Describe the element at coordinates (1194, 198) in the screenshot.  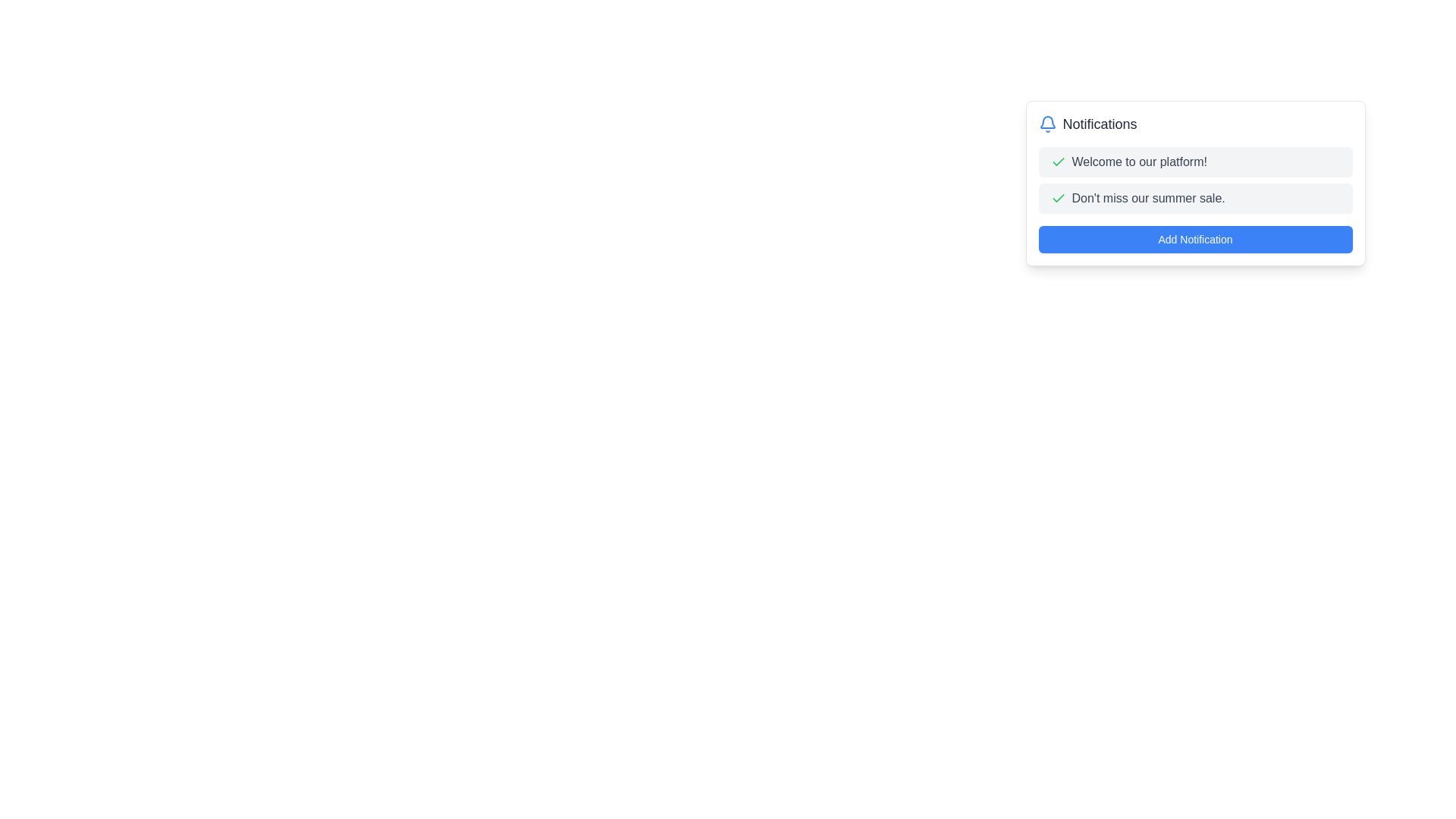
I see `the Notification Row that conveys the message about the summer sale, located between the 'Welcome to our platform!' notification and the 'Add Notification' button` at that location.